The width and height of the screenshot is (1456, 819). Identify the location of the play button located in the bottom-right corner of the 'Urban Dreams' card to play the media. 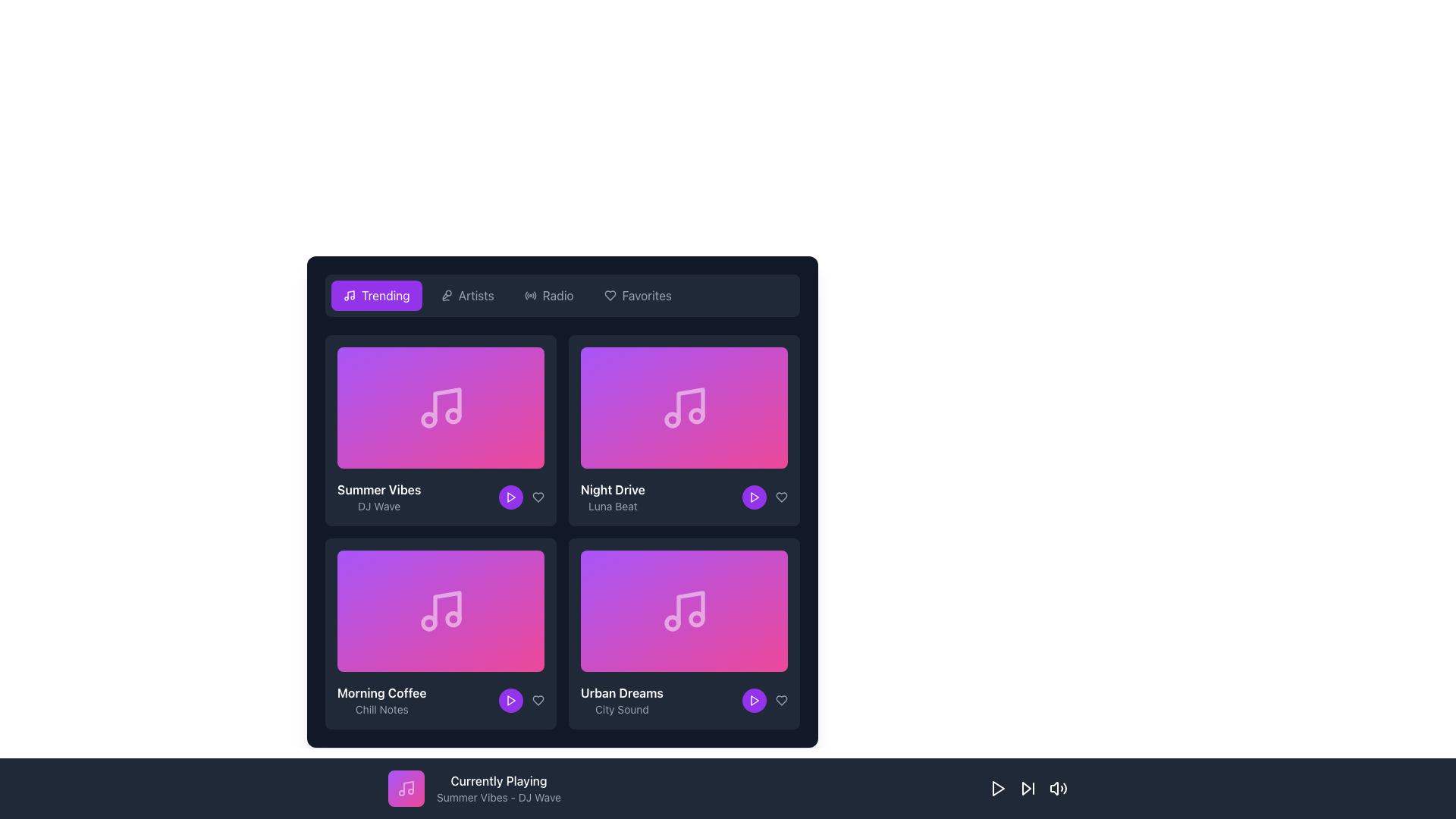
(754, 701).